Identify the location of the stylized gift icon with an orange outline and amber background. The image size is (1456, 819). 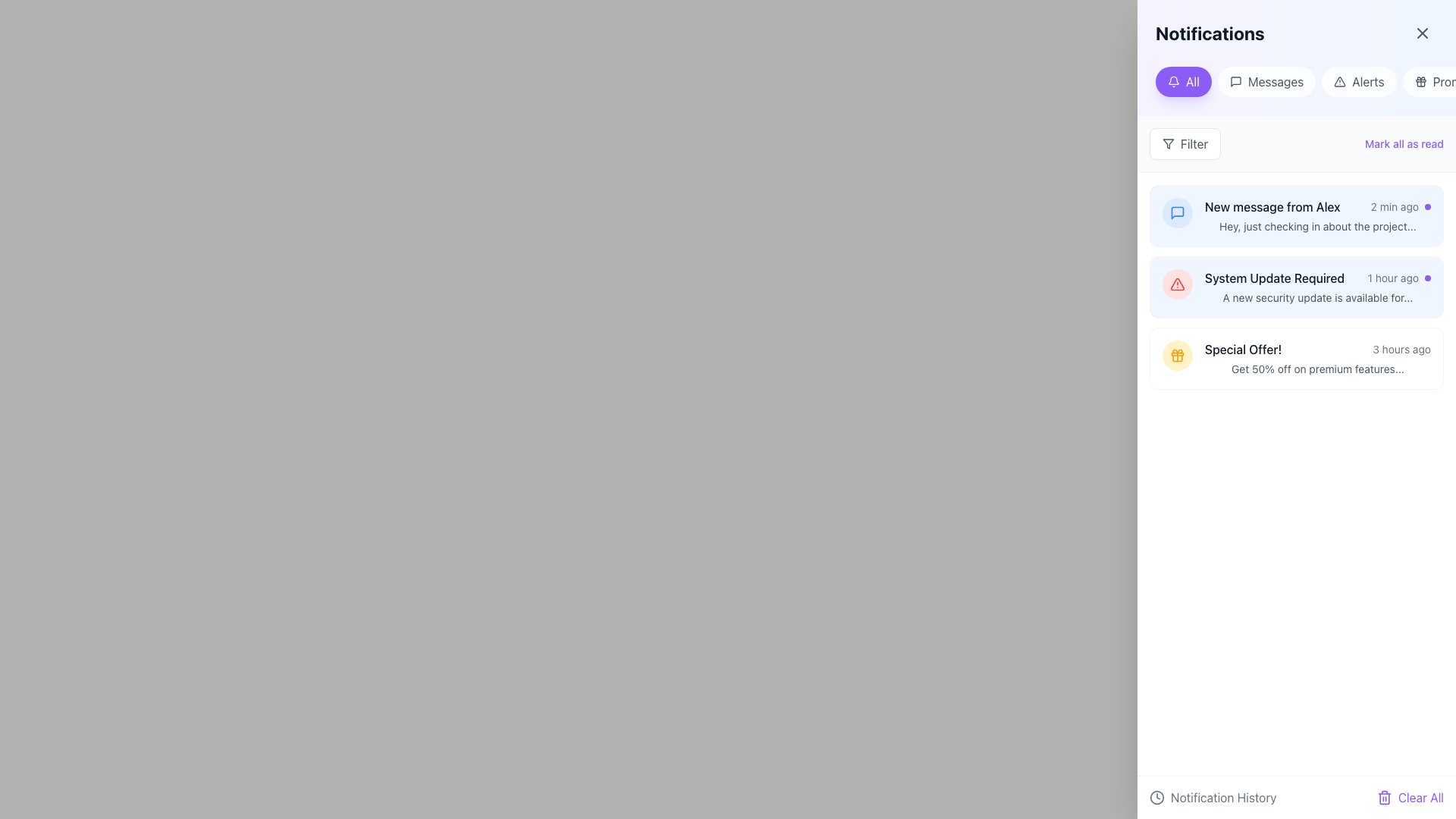
(1177, 356).